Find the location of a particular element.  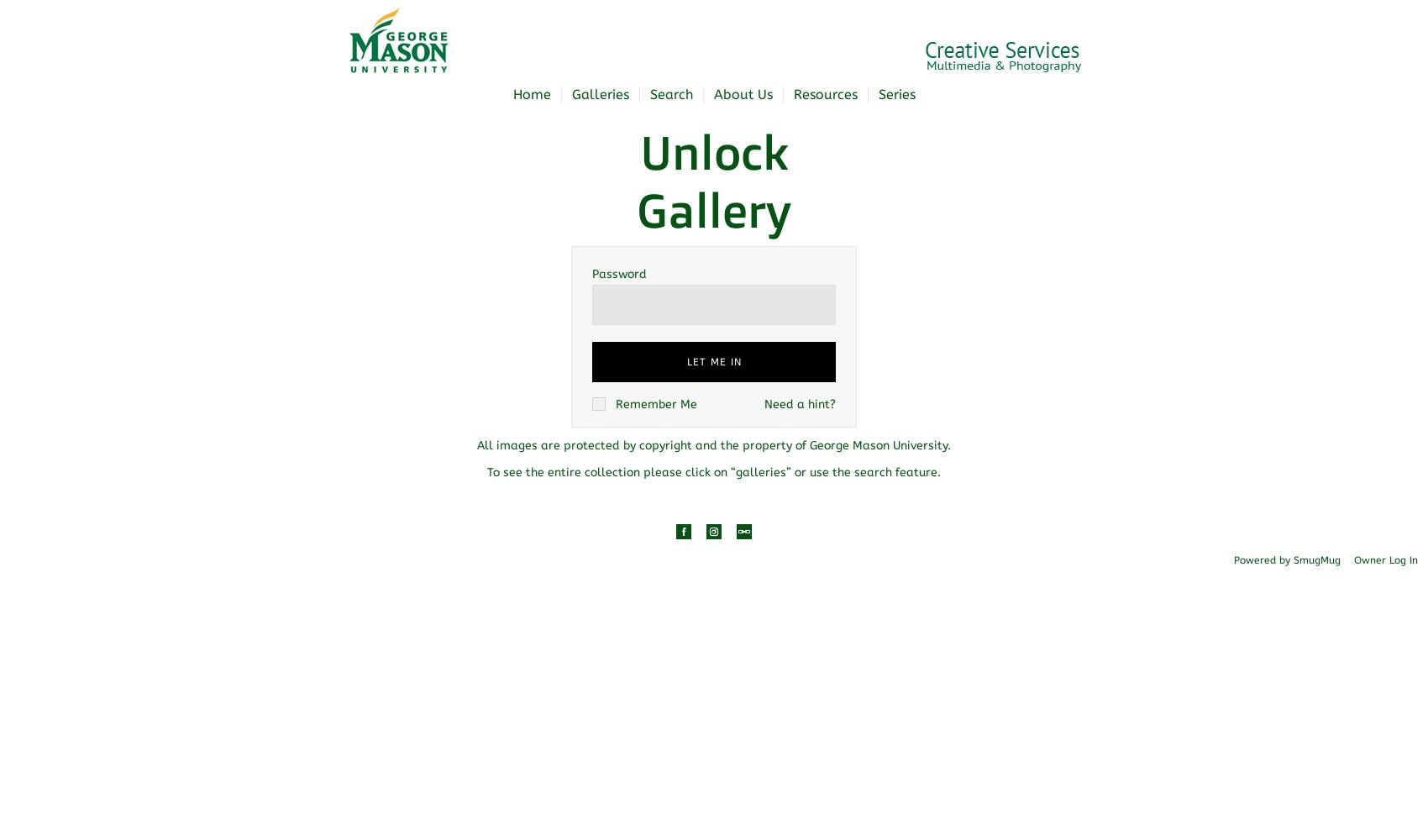

'To see the entire collection please click on “galleries” or use the search feature.' is located at coordinates (714, 471).